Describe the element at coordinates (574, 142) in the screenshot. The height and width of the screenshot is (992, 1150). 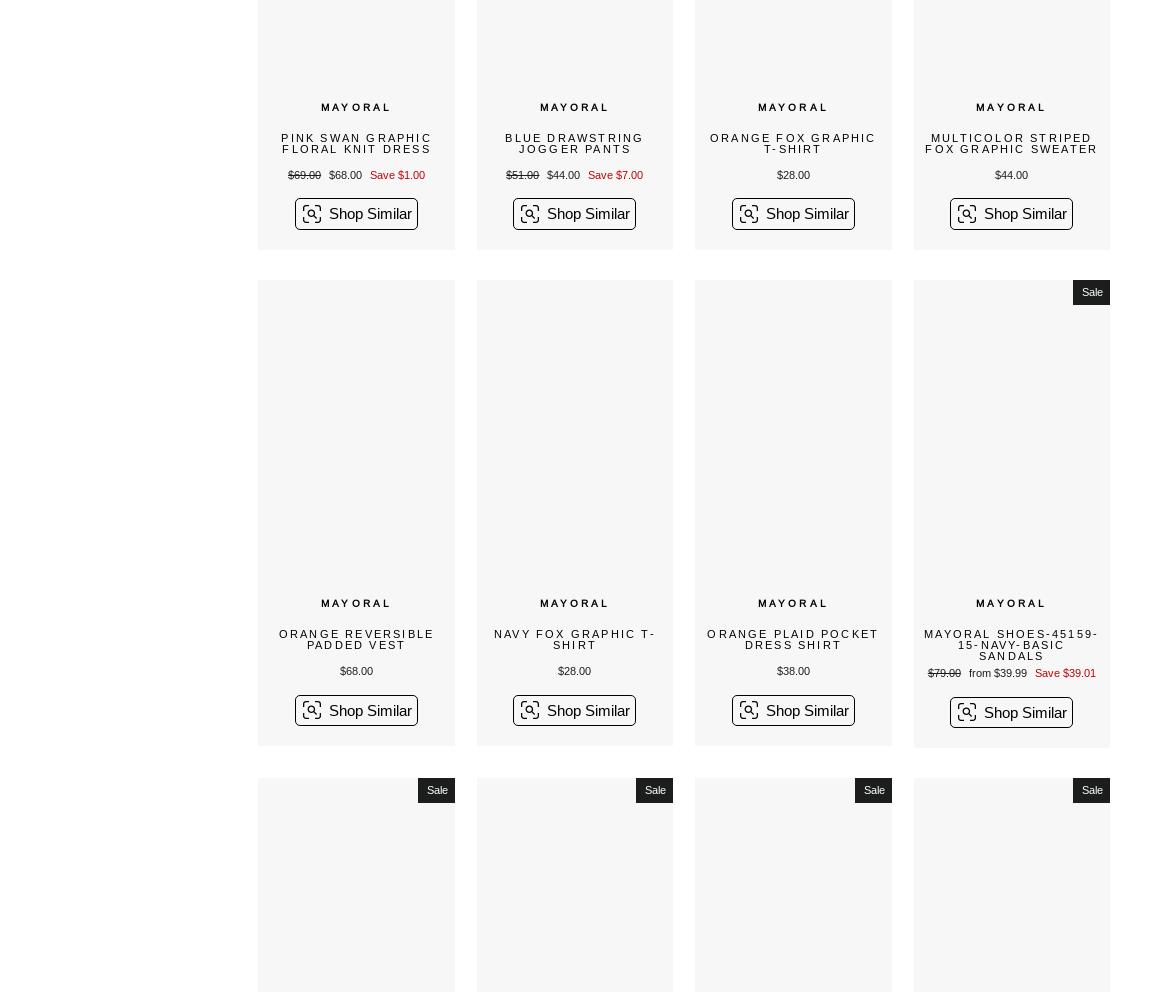
I see `'Blue Drawstring Jogger Pants'` at that location.